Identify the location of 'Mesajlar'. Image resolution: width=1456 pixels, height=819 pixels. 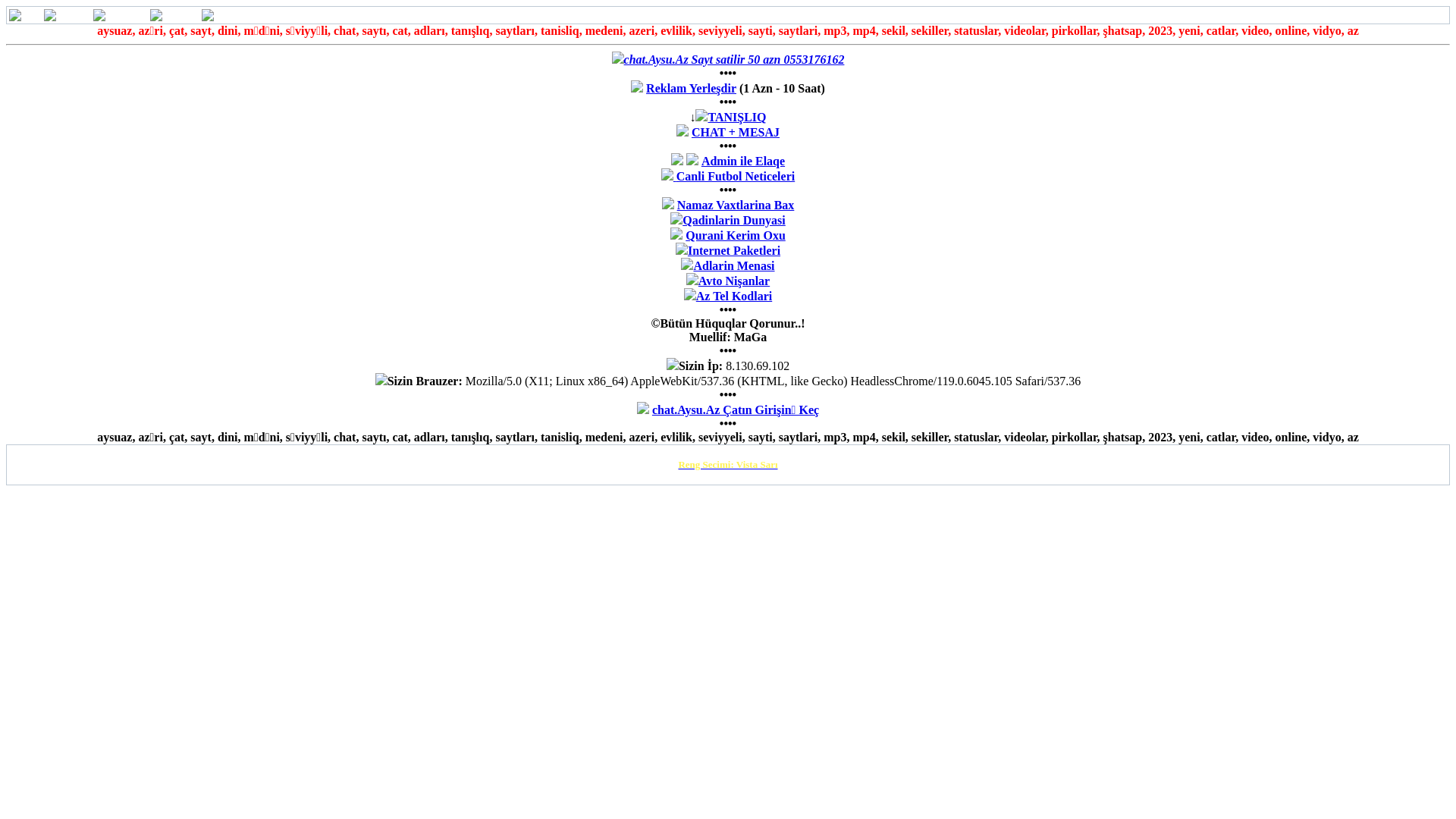
(66, 14).